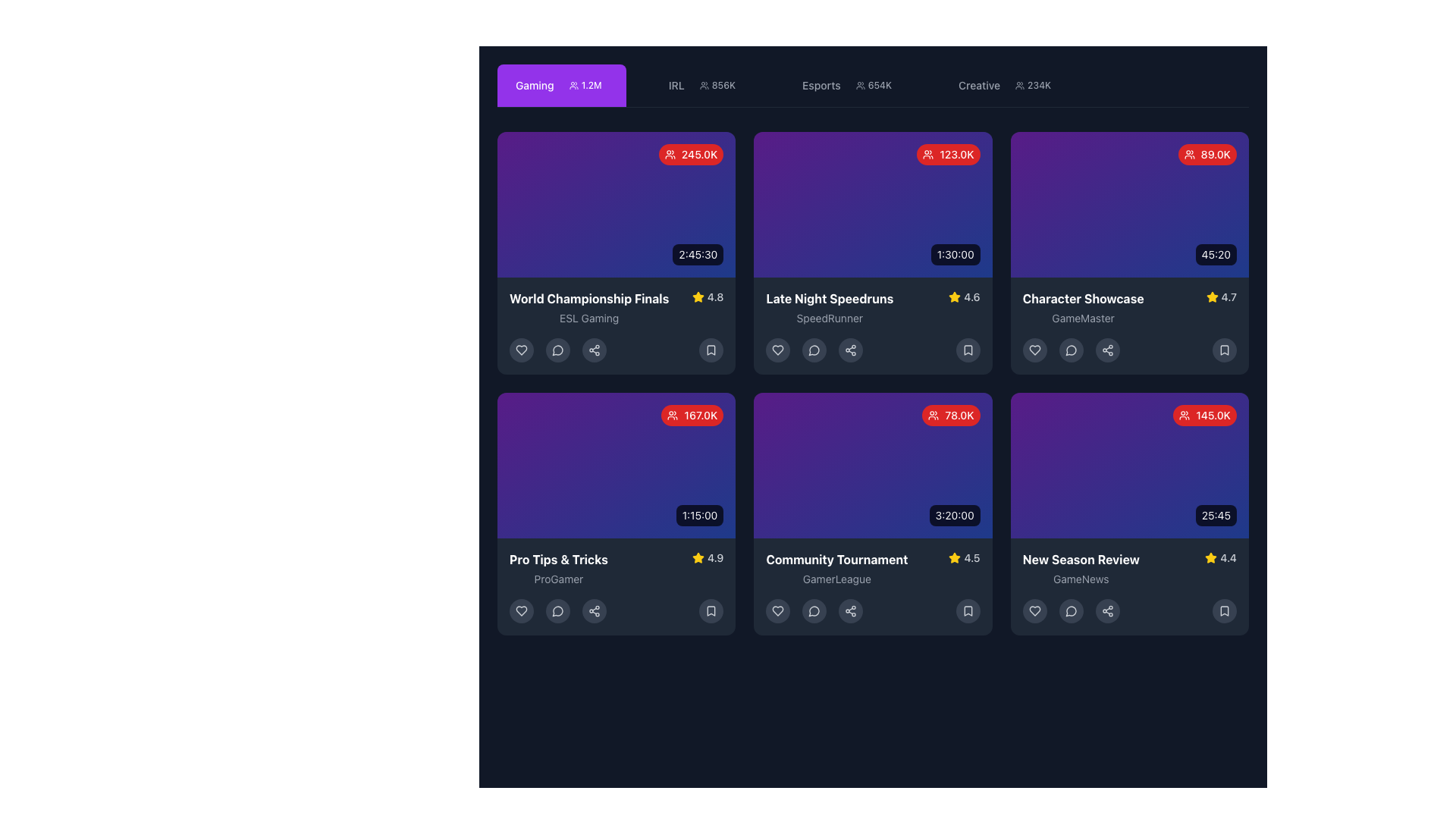 The height and width of the screenshot is (819, 1456). What do you see at coordinates (699, 514) in the screenshot?
I see `the label displaying the time '1:15:00' with a black background and white text, located in the bottom-right corner of the 'Pro Tips & Tricks' card` at bounding box center [699, 514].